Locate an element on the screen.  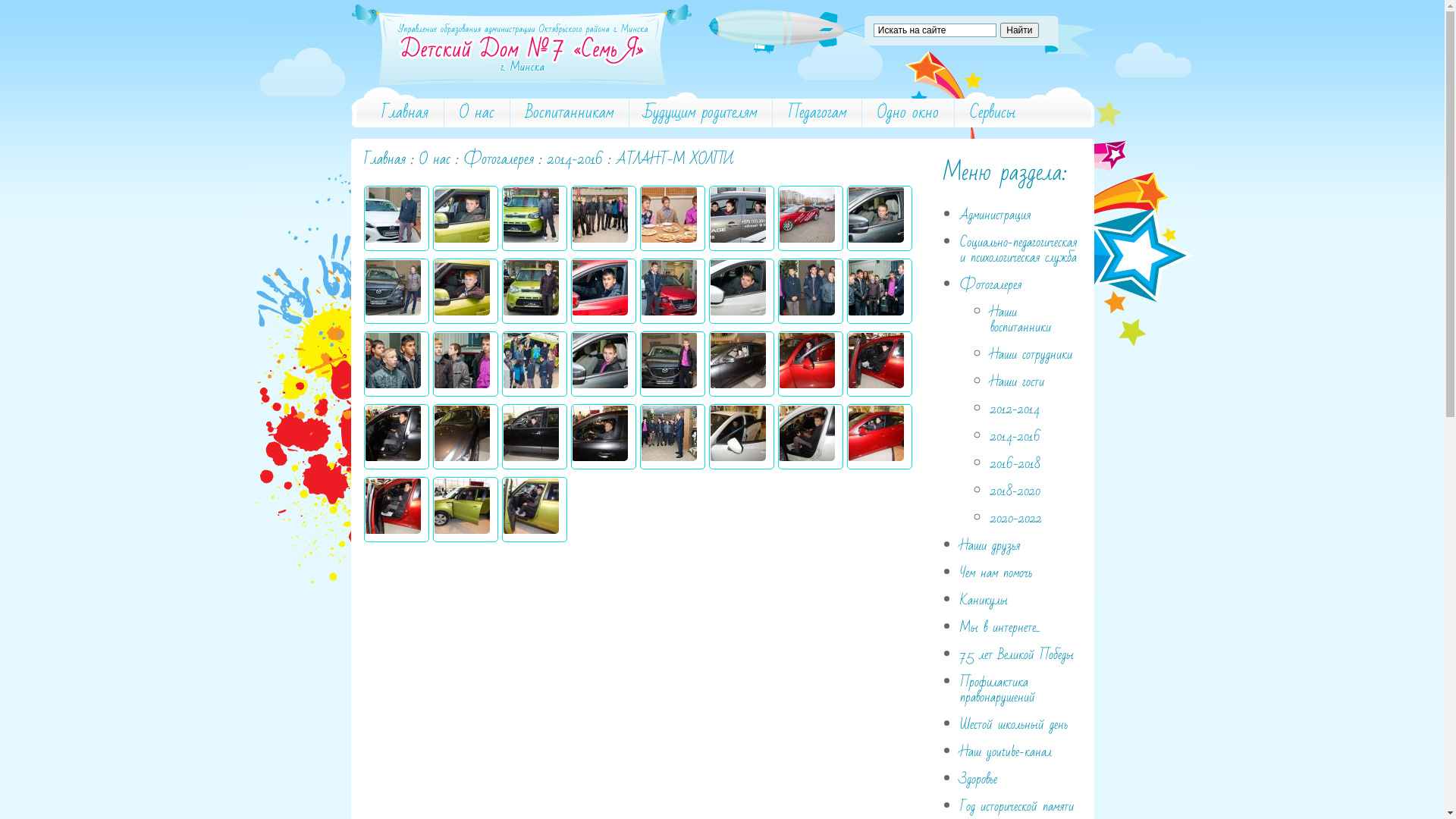
'2014-2016' is located at coordinates (546, 158).